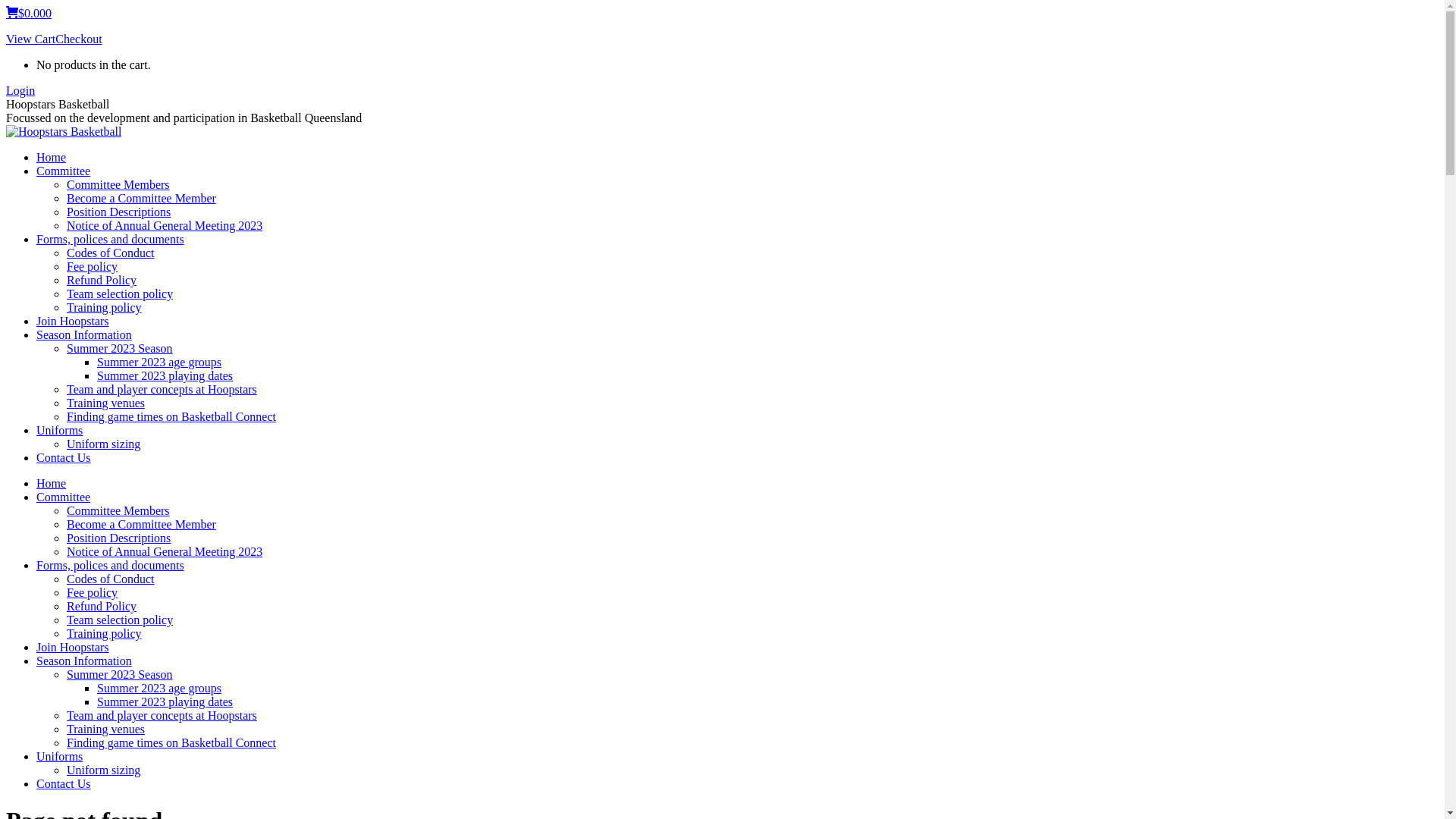  Describe the element at coordinates (20, 90) in the screenshot. I see `'Login'` at that location.